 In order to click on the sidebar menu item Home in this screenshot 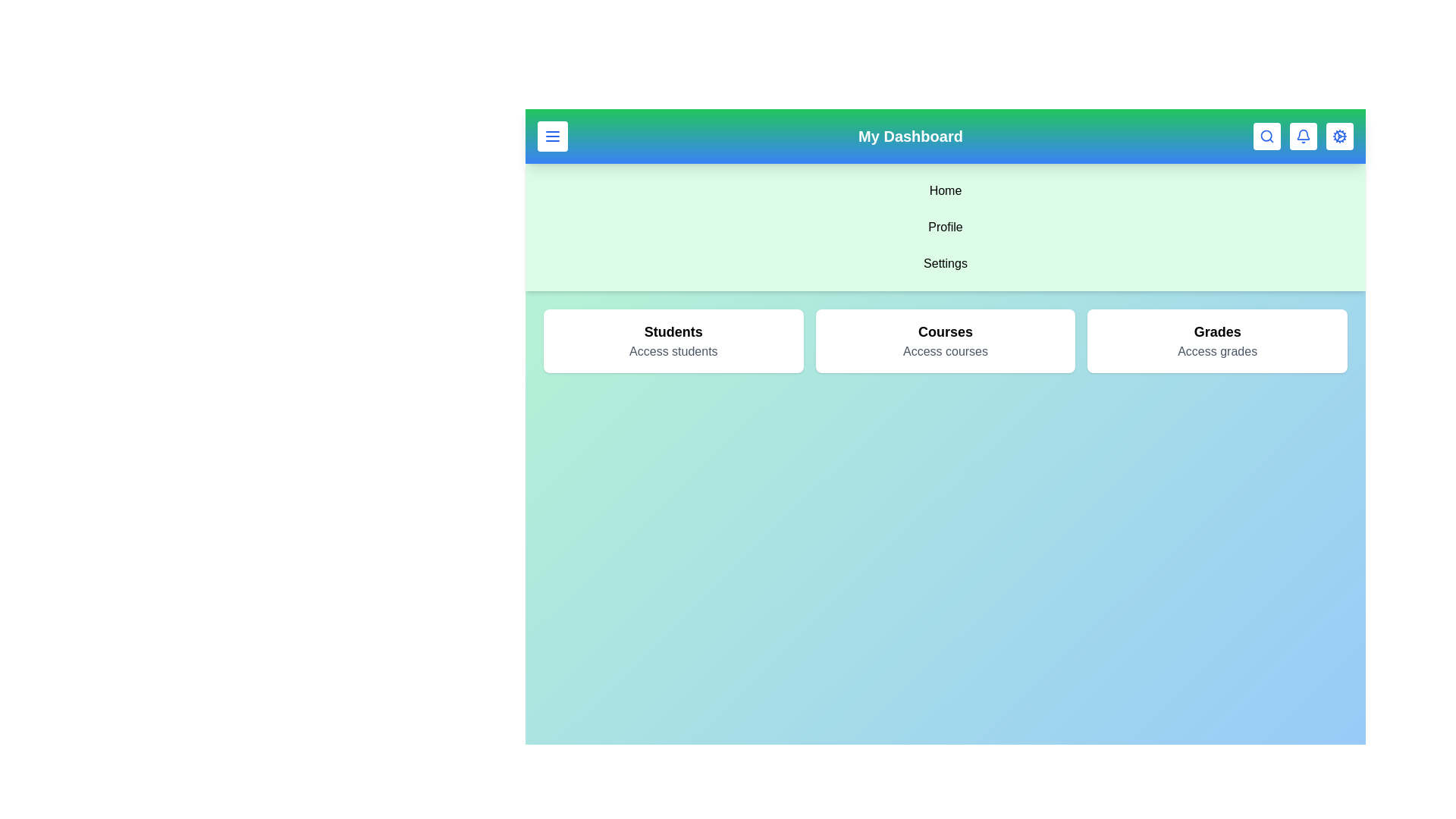, I will do `click(945, 190)`.